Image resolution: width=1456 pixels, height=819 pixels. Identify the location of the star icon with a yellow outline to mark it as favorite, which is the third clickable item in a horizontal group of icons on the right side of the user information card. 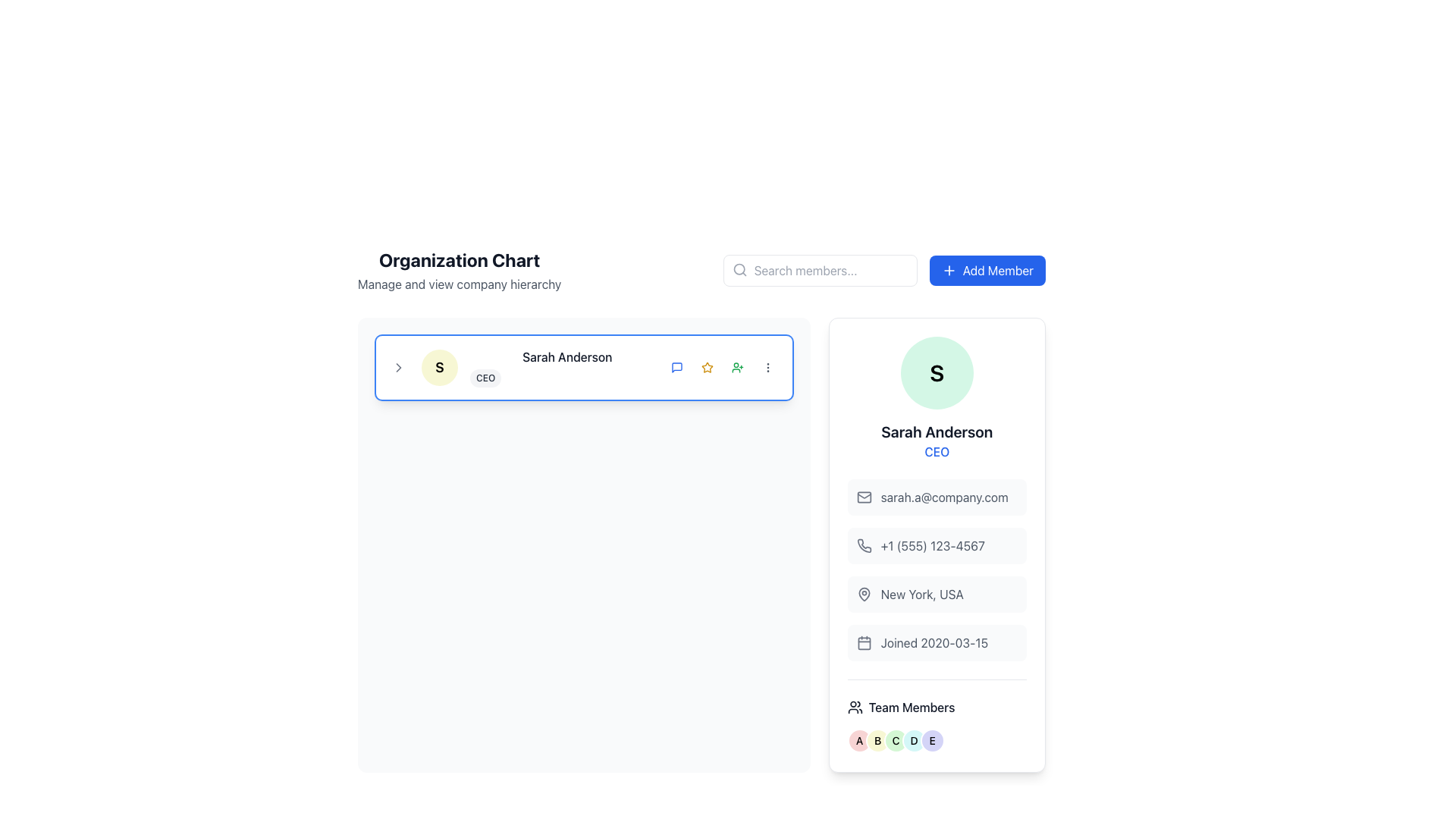
(706, 368).